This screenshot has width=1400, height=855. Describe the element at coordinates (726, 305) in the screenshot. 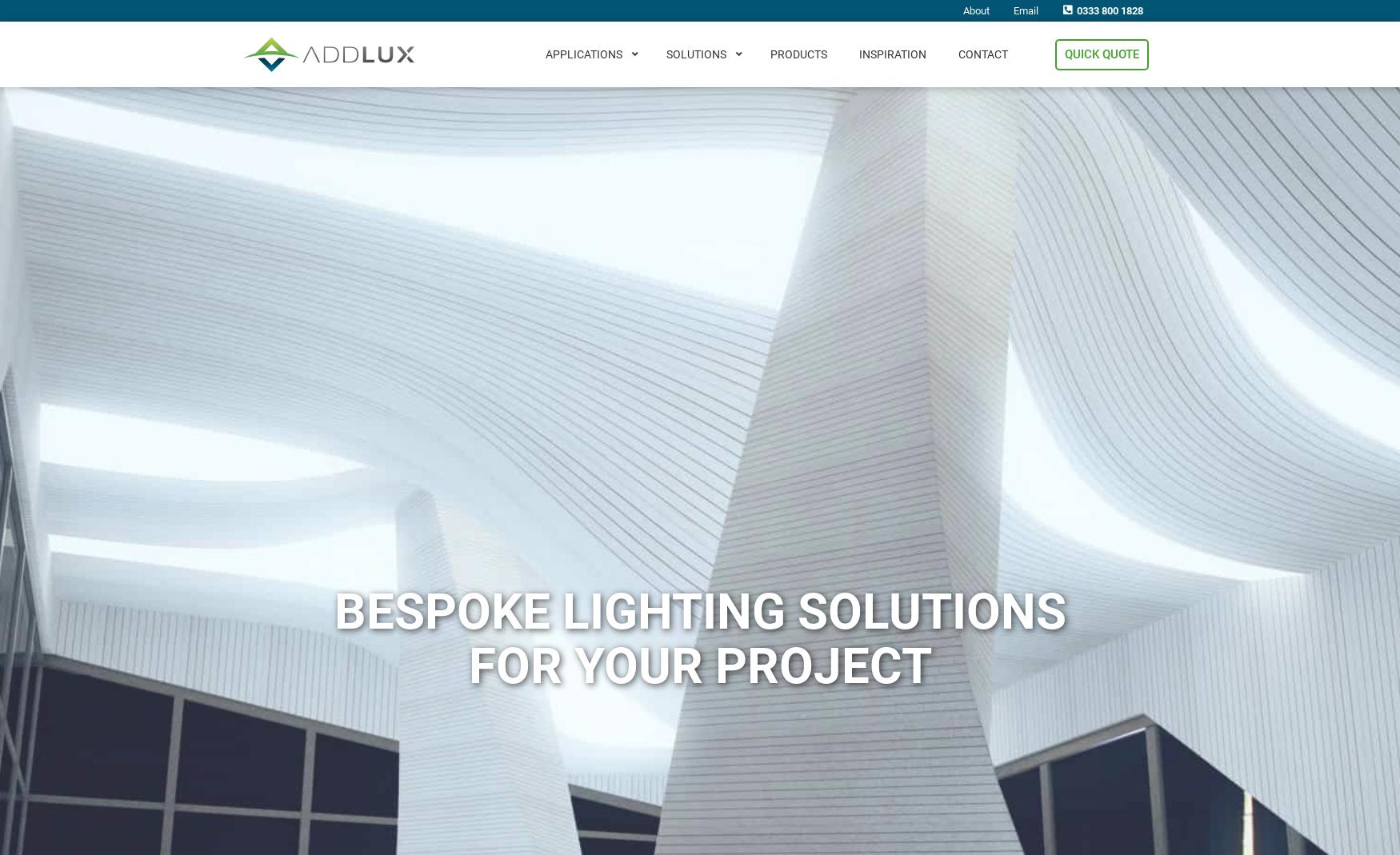

I see `'Ecolux LED Backlighting'` at that location.